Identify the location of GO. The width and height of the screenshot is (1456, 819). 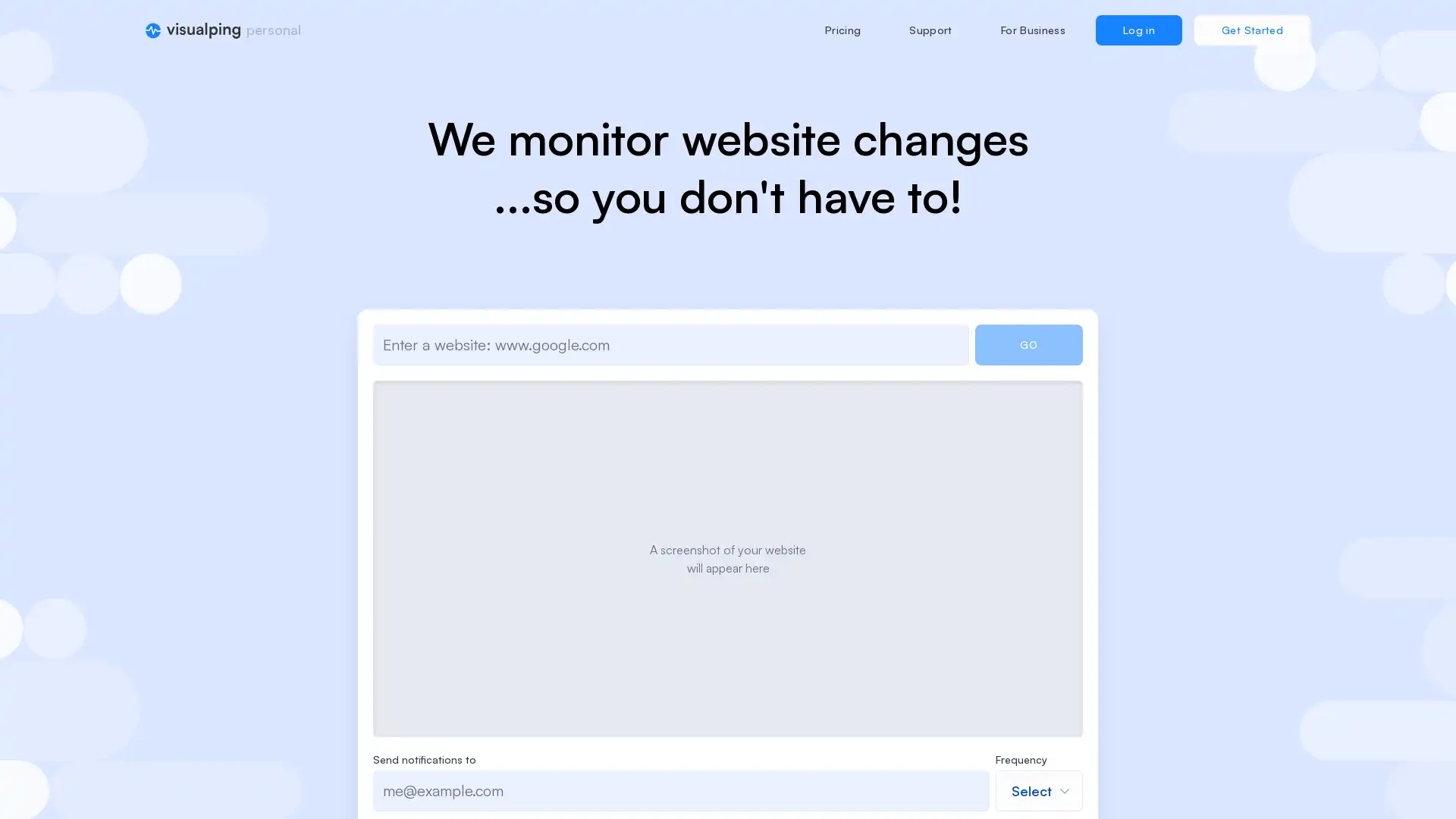
(1028, 345).